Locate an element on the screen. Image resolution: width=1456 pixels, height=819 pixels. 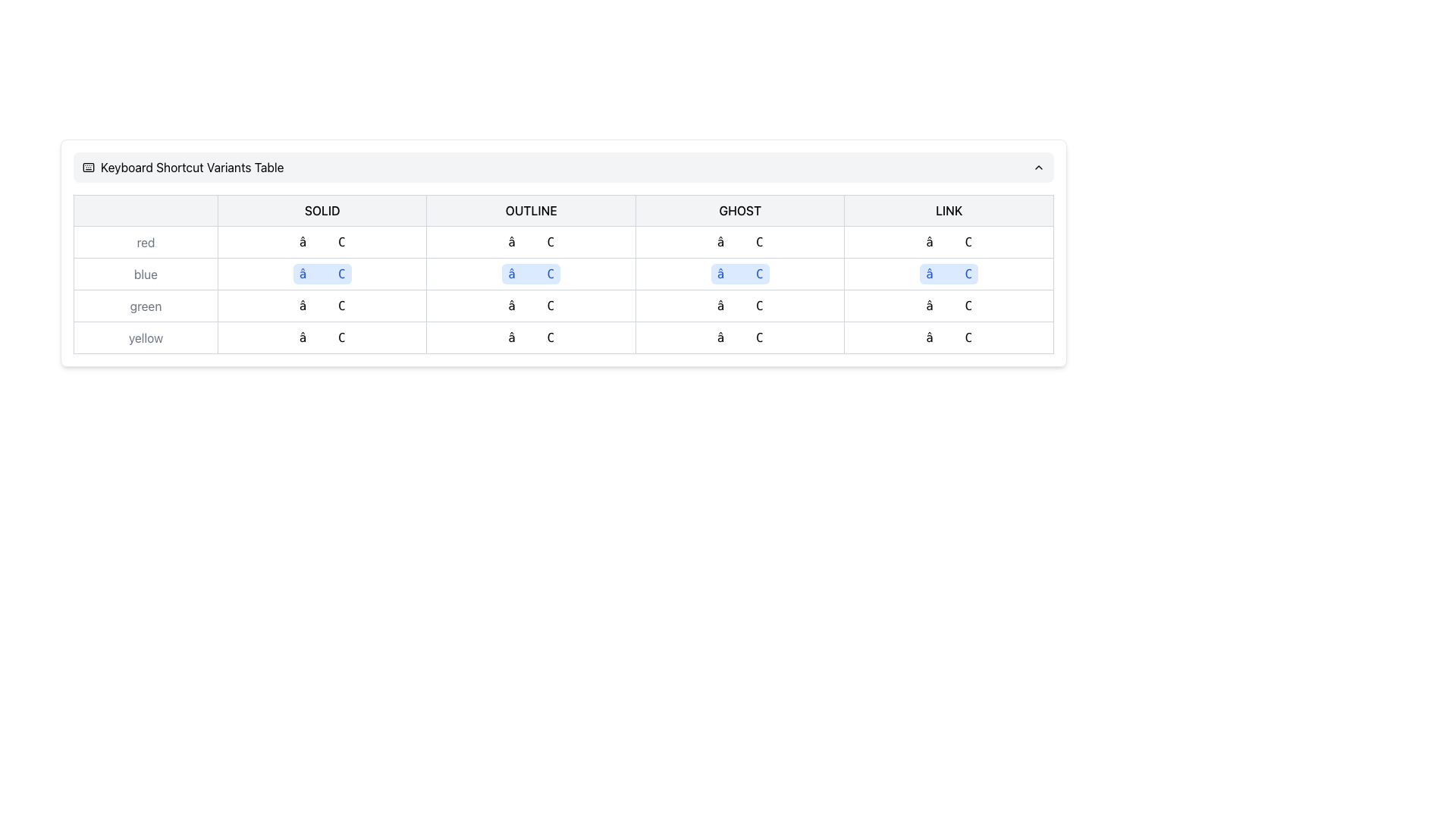
the static button-like label that visually resembles a button and is positioned as the third button from the left in the sequence of 'Solid', 'Outline', 'Ghost', and 'Link' is located at coordinates (740, 210).